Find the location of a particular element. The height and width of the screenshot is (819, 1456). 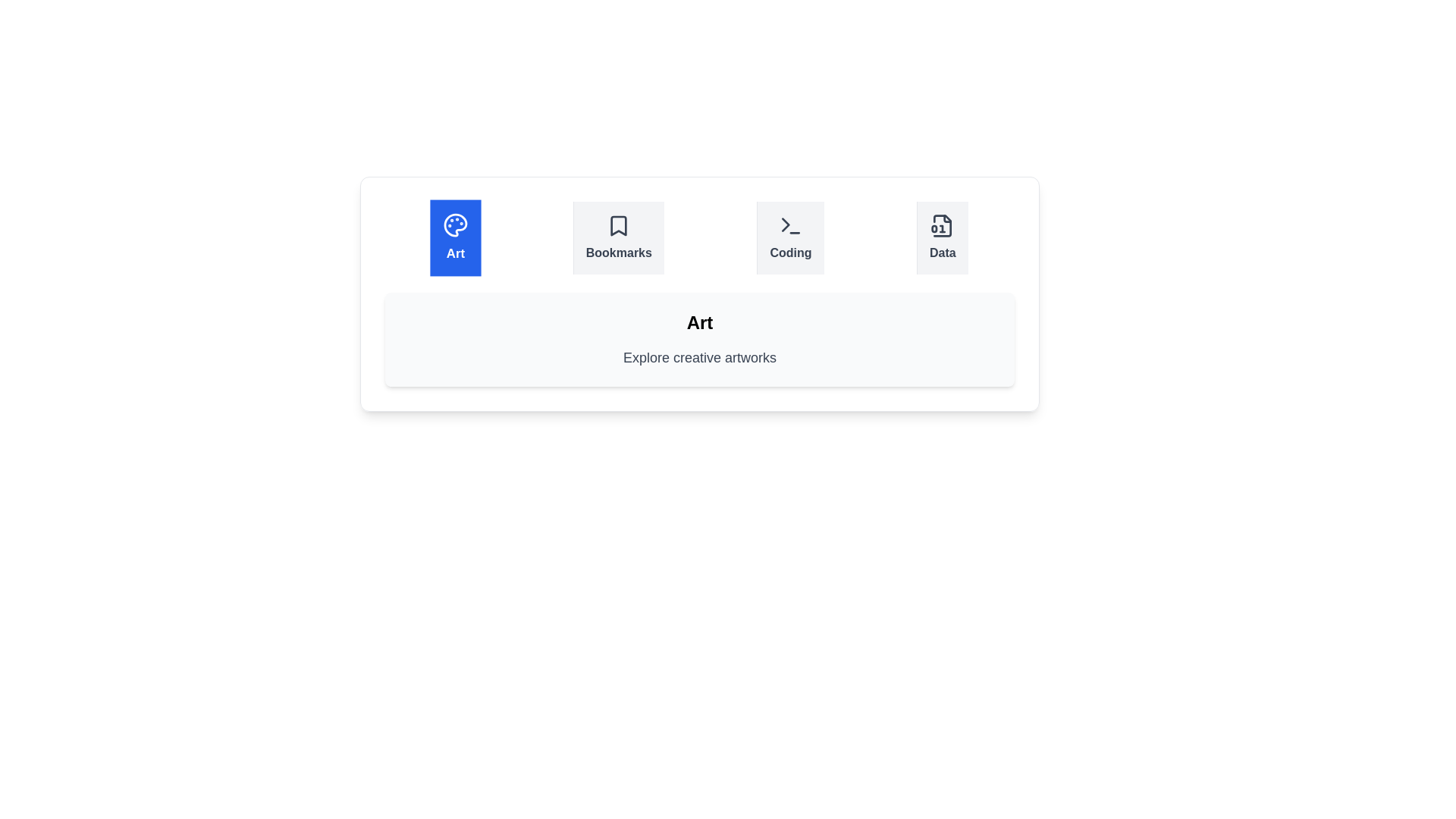

the tab labeled Bookmarks to observe its icon and label is located at coordinates (618, 237).